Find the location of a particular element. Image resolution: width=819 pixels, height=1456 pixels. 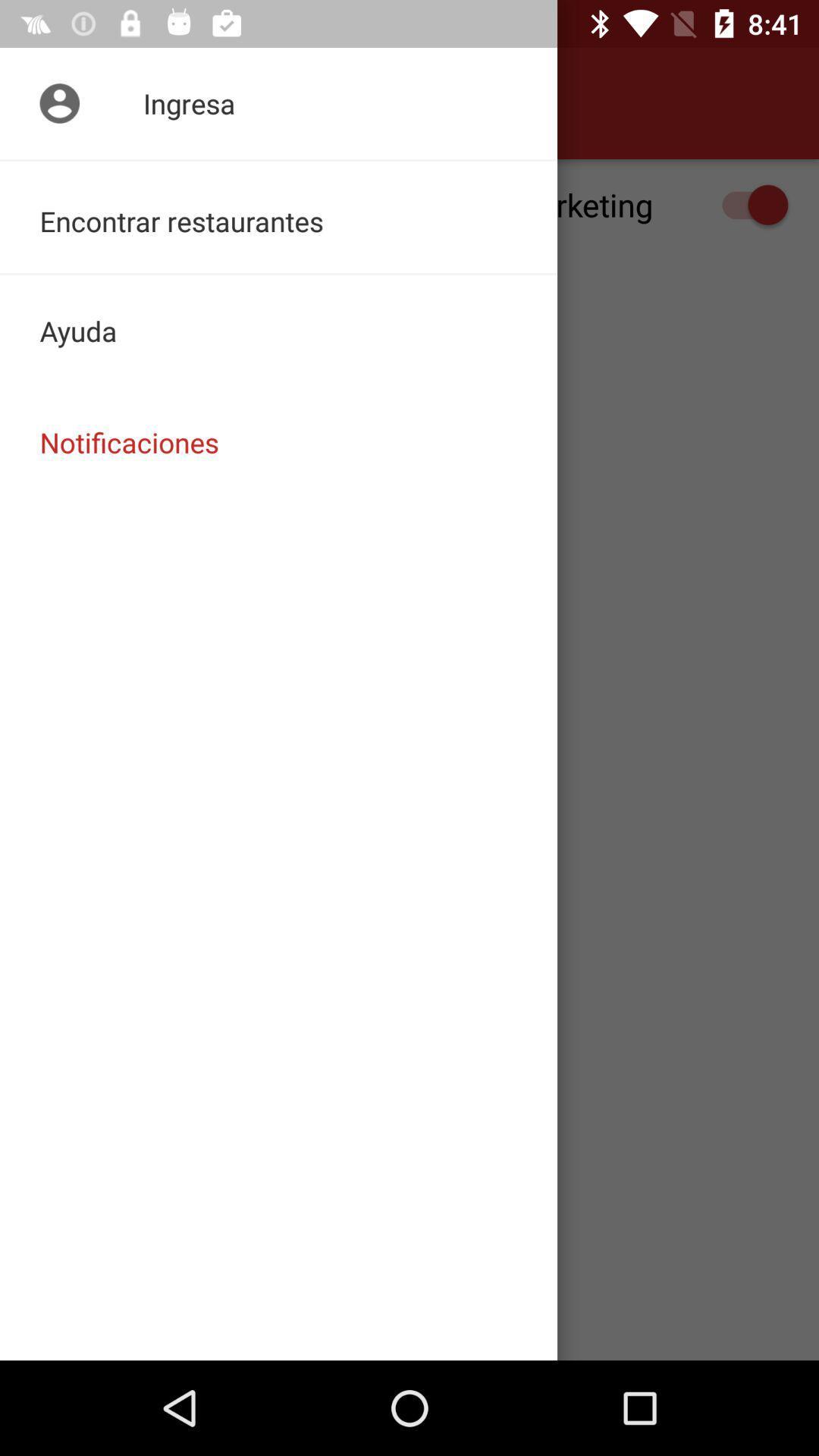

item to the left of the notificationes is located at coordinates (55, 102).